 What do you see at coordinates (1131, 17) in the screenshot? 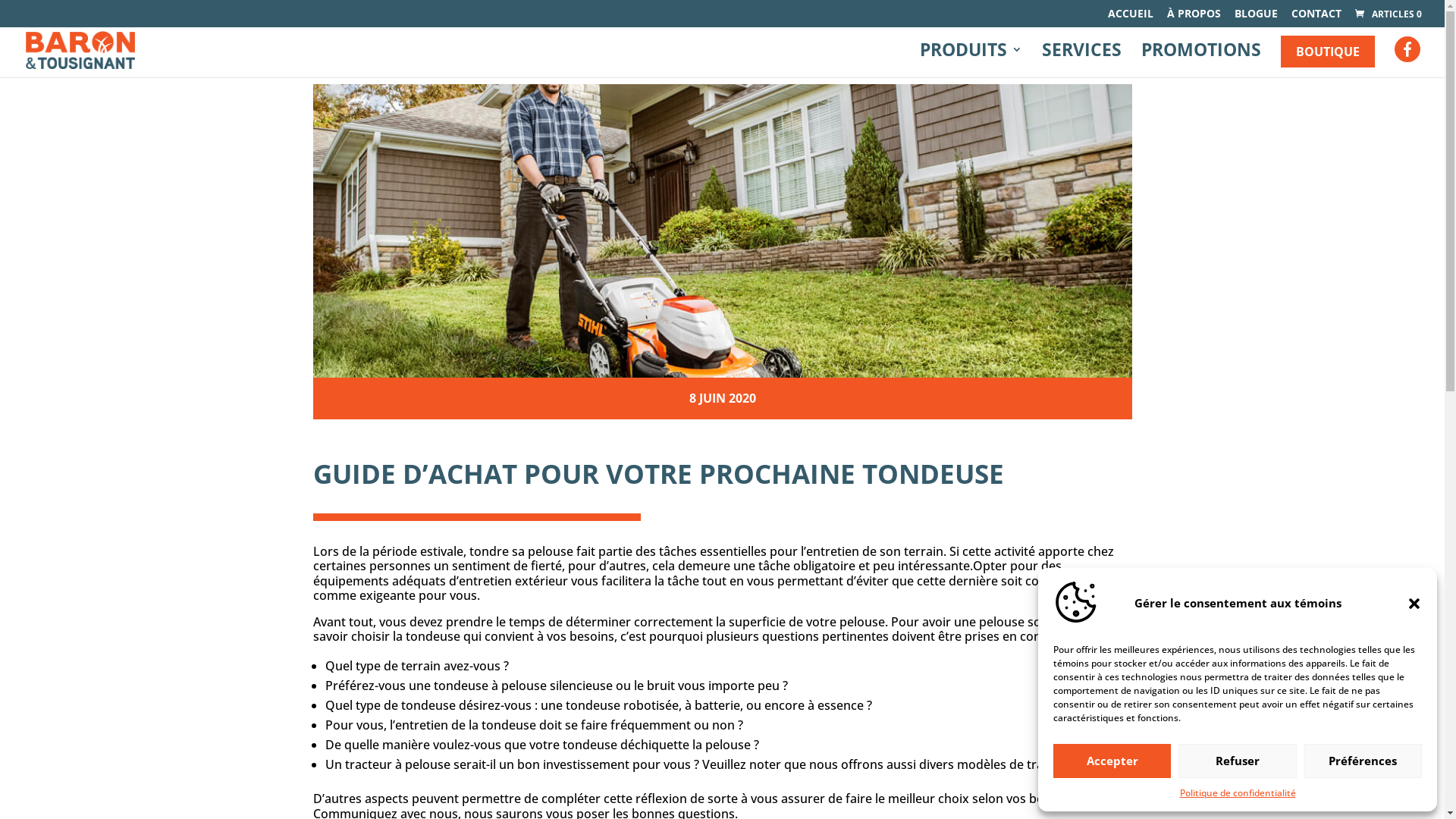
I see `'ACCUEIL'` at bounding box center [1131, 17].